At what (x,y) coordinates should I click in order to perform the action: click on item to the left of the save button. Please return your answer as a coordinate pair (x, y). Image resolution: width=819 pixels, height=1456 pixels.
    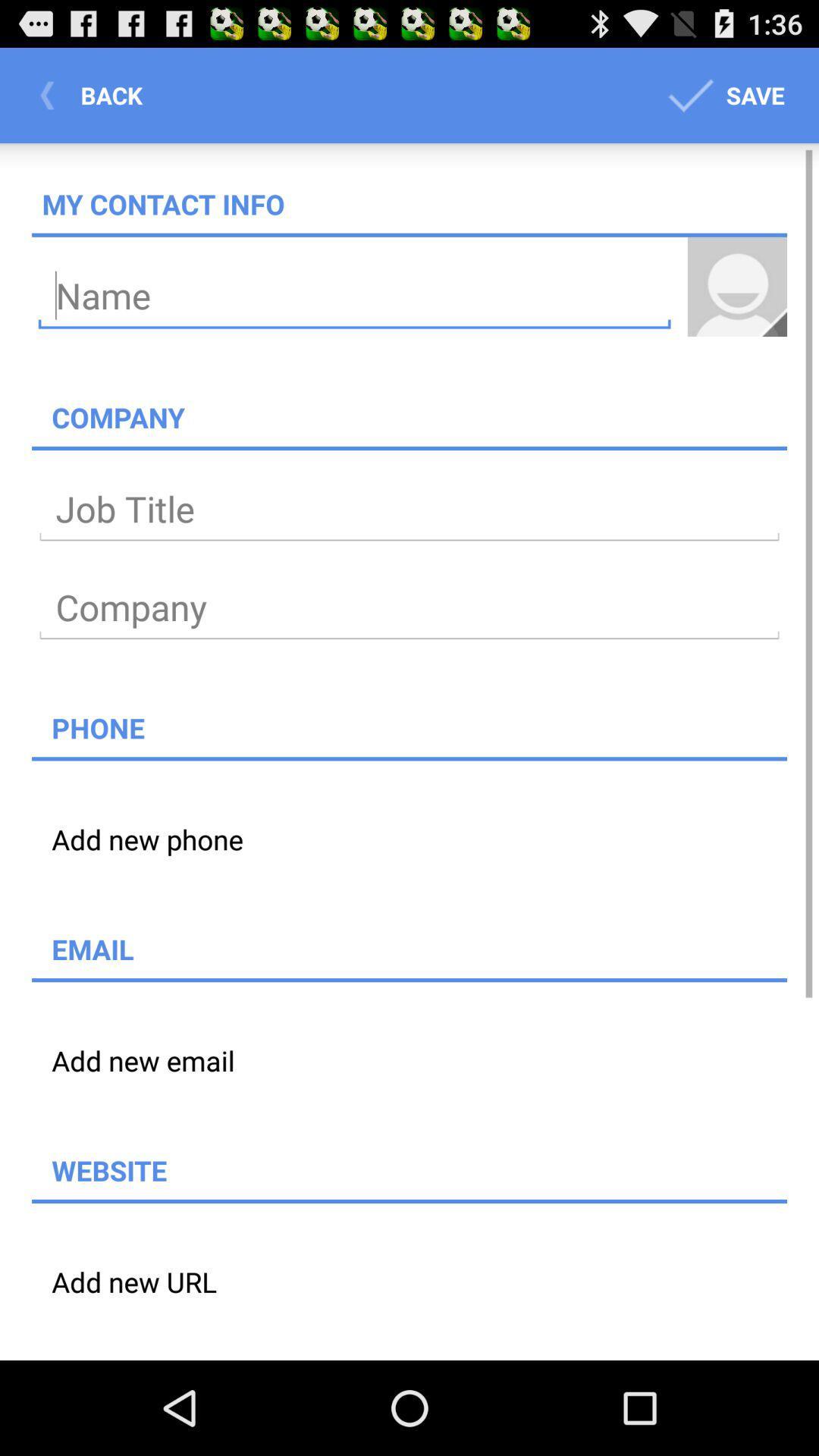
    Looking at the image, I should click on (96, 94).